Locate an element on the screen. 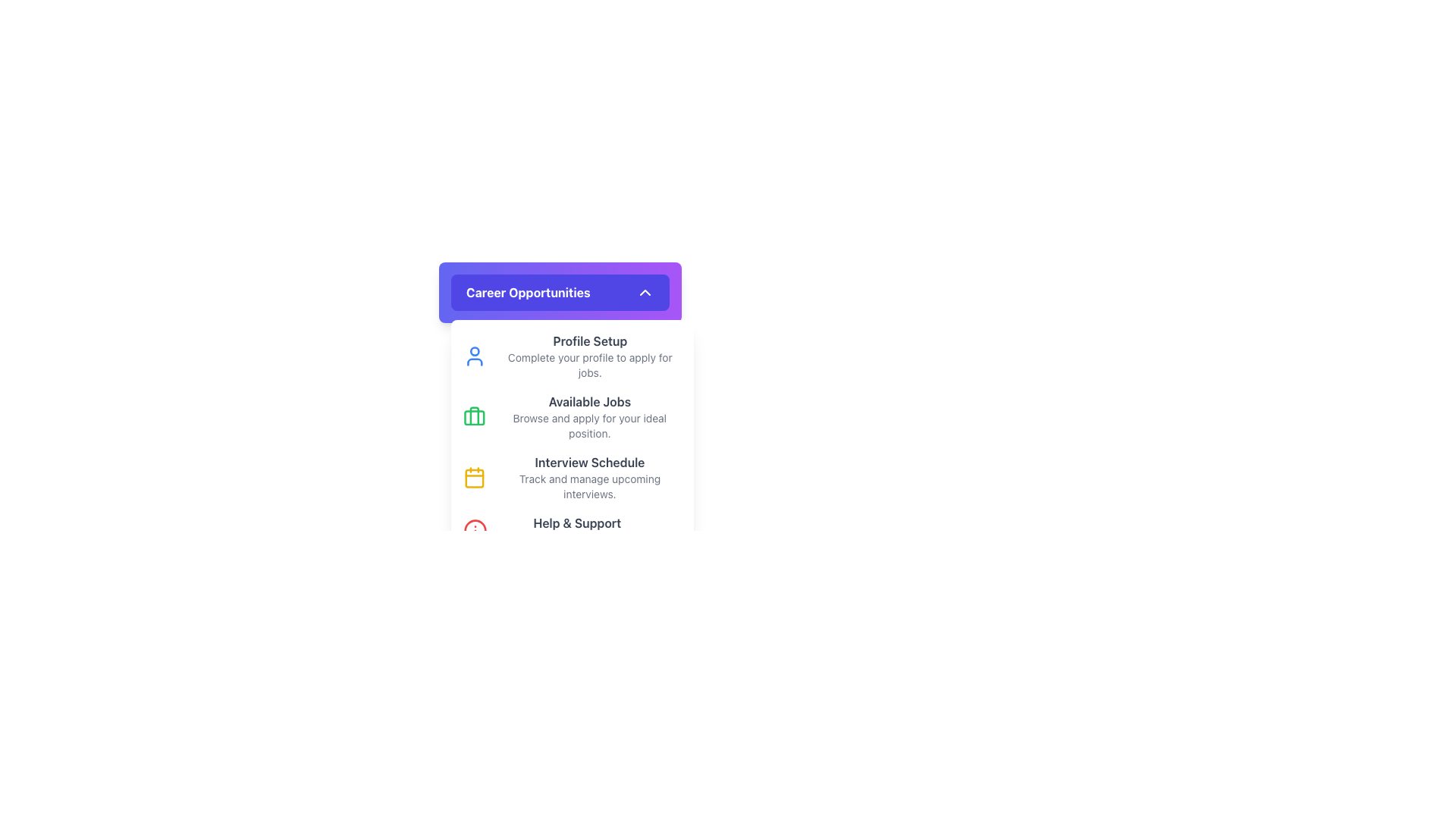  the green briefcase icon with a modern line design located next to the 'Available Jobs' text is located at coordinates (473, 417).